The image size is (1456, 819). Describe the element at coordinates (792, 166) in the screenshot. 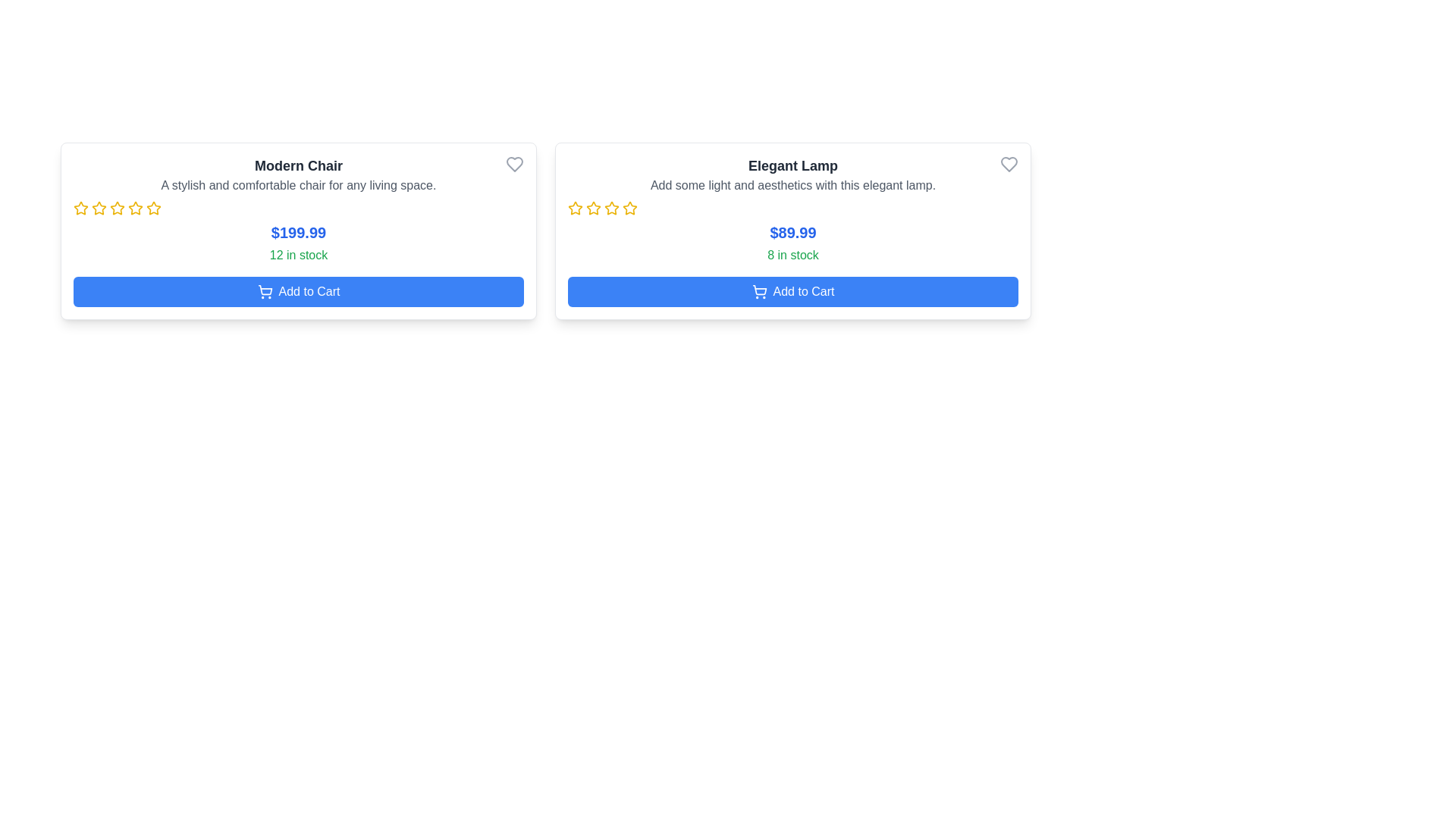

I see `the 'Elegant Lamp' header text, which is displayed in bold dark gray at the top of the right product card` at that location.